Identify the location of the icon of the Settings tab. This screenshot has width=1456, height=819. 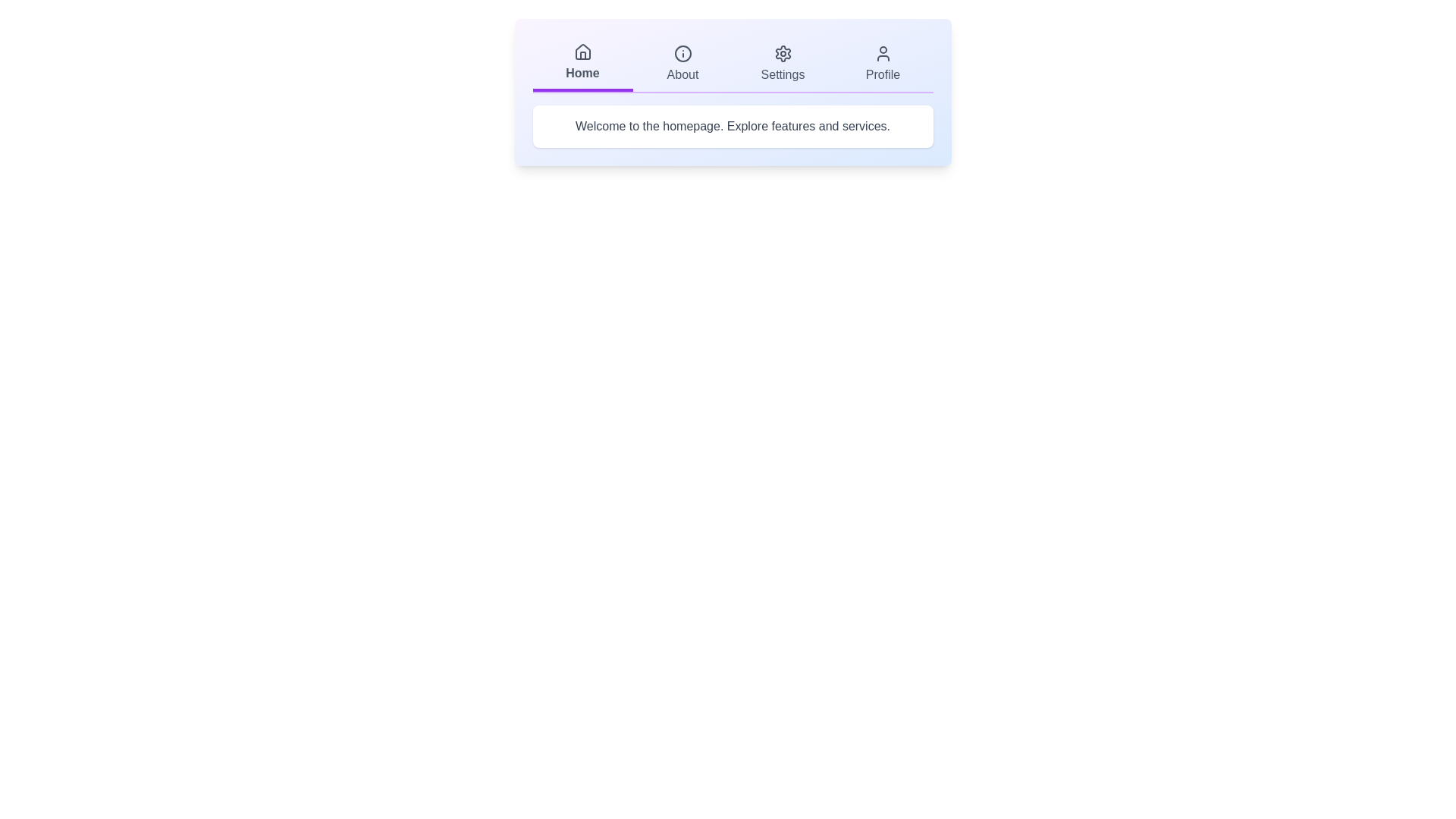
(783, 52).